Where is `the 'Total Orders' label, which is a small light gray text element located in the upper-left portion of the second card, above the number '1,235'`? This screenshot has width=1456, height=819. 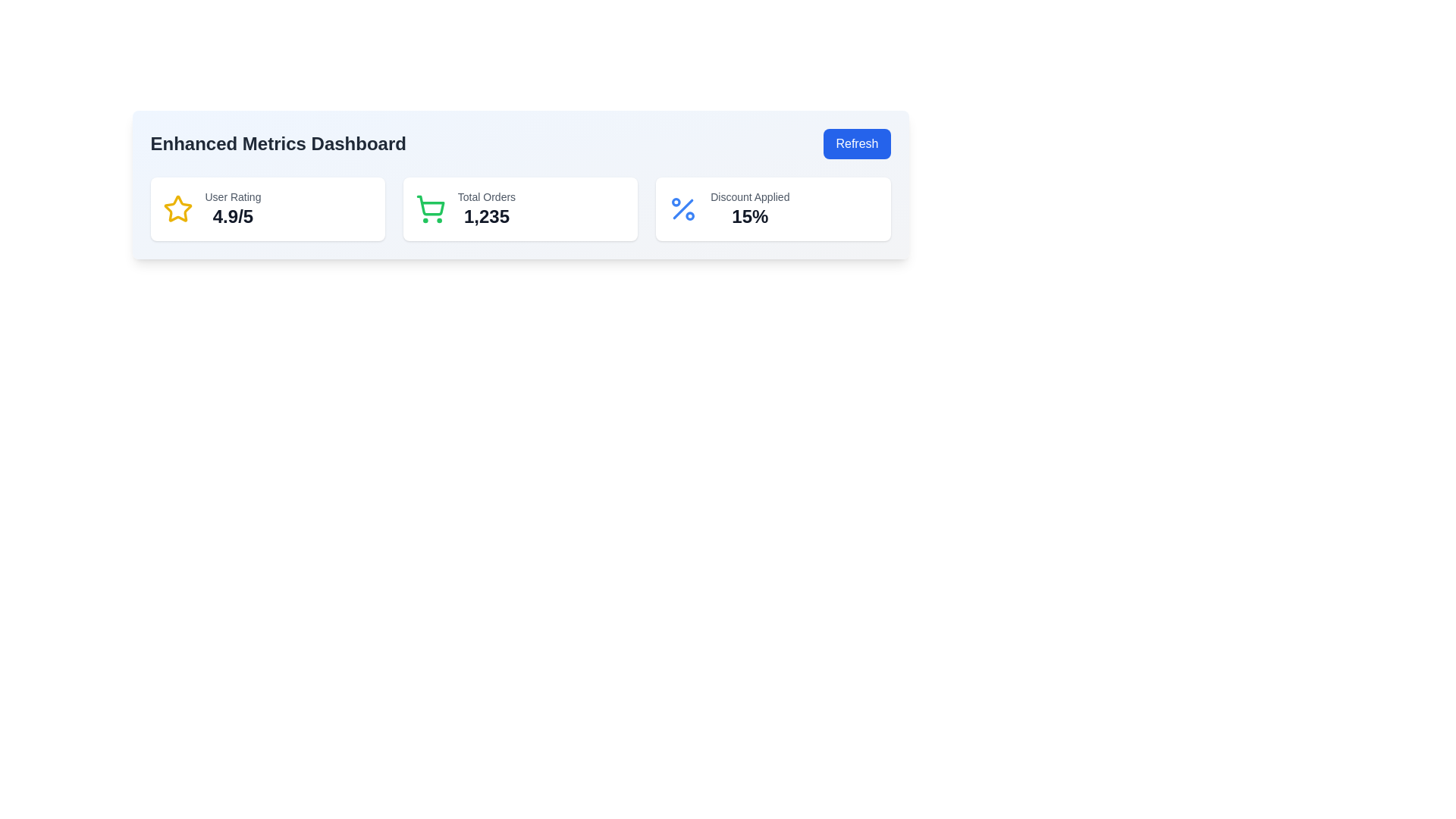 the 'Total Orders' label, which is a small light gray text element located in the upper-left portion of the second card, above the number '1,235' is located at coordinates (486, 196).